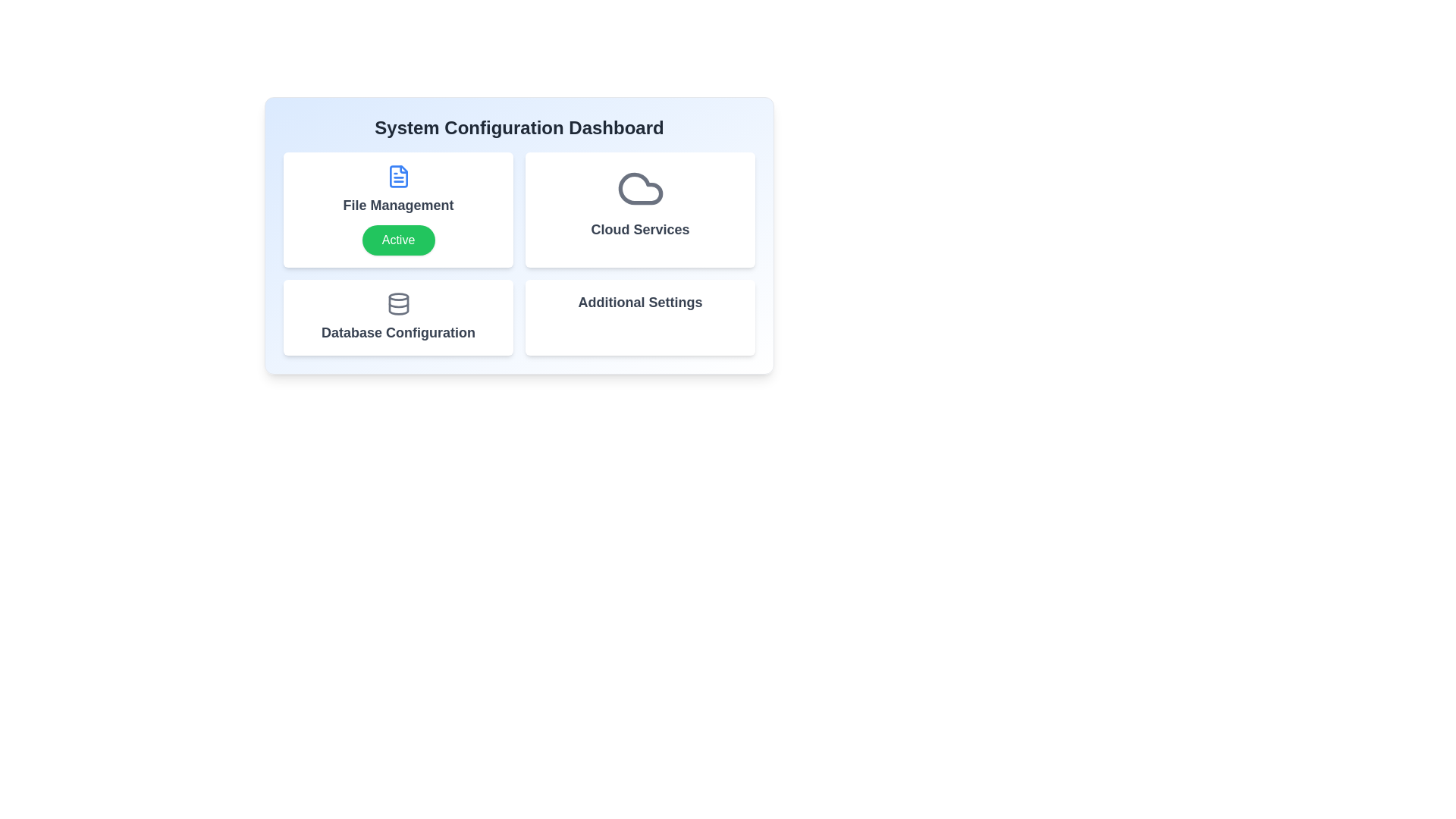 The width and height of the screenshot is (1456, 819). Describe the element at coordinates (640, 302) in the screenshot. I see `the static text label that identifies the 'Additional Settings' section, located in the bottom-right corner of a card within the grid layout` at that location.